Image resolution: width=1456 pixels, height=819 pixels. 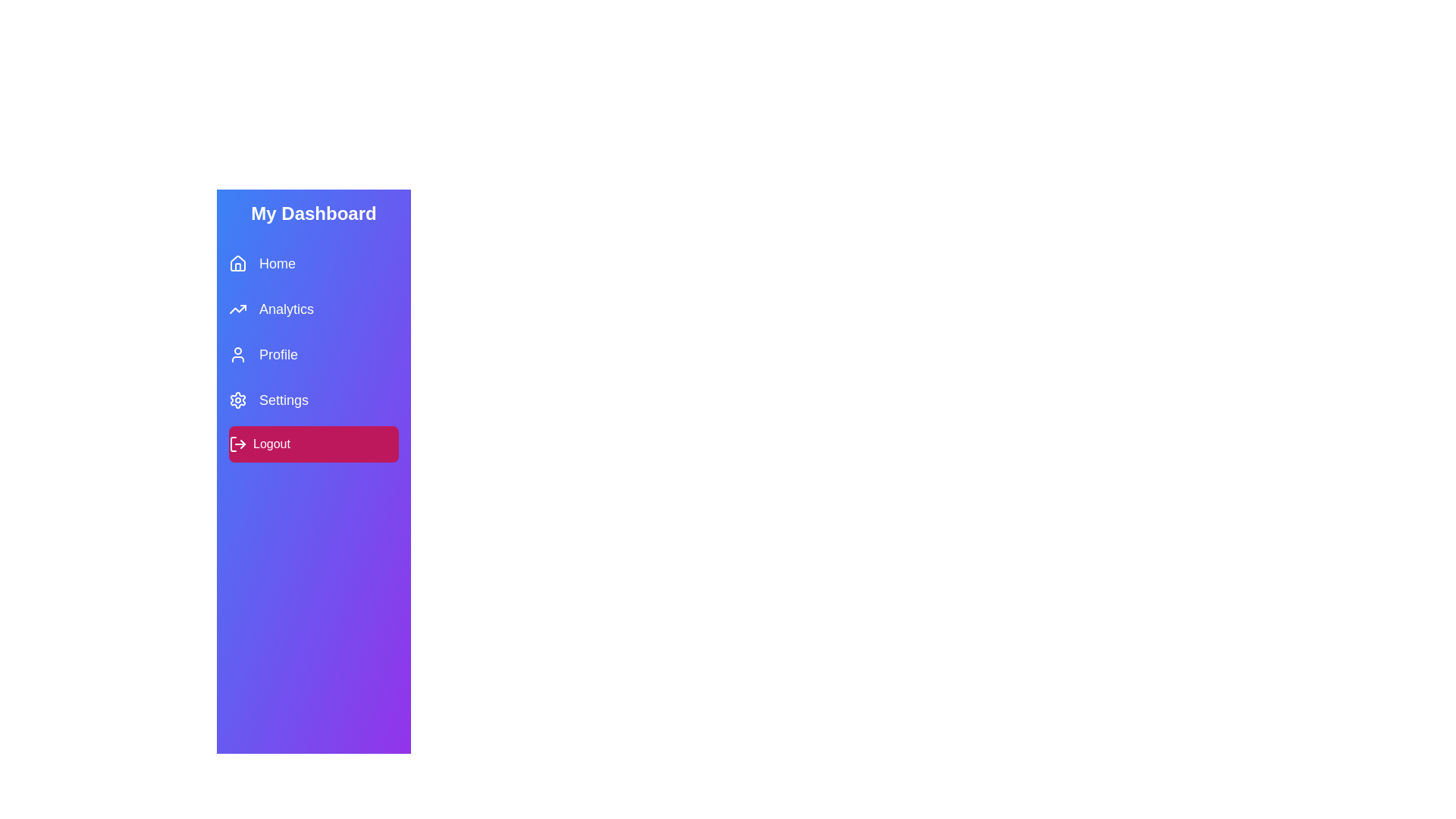 What do you see at coordinates (271, 444) in the screenshot?
I see `the text label inside the pink rectangular button that indicates a logout action, located at the bottom of a vertical menu` at bounding box center [271, 444].